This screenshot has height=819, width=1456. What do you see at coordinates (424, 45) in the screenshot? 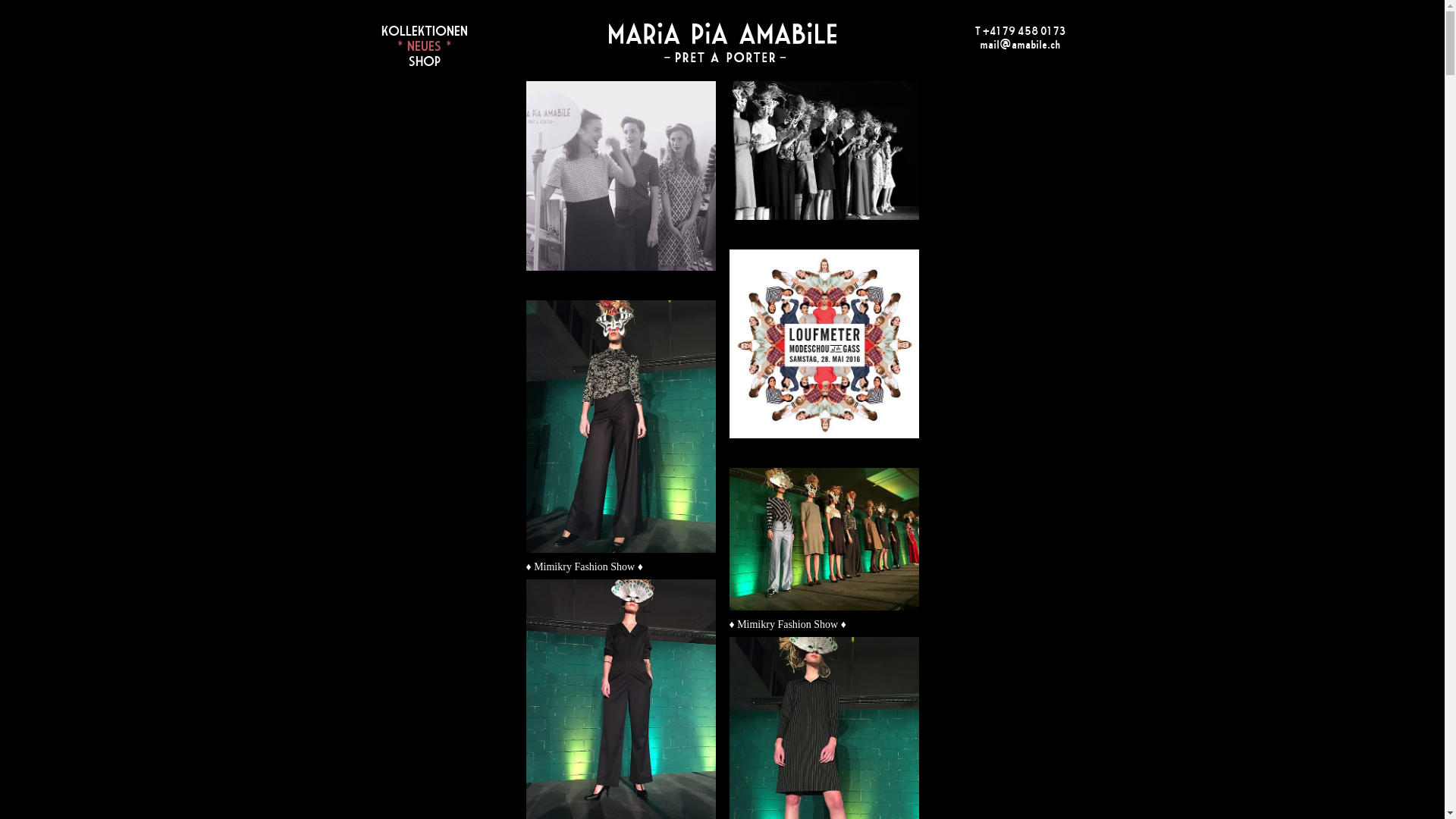
I see `'* NEUES *'` at bounding box center [424, 45].